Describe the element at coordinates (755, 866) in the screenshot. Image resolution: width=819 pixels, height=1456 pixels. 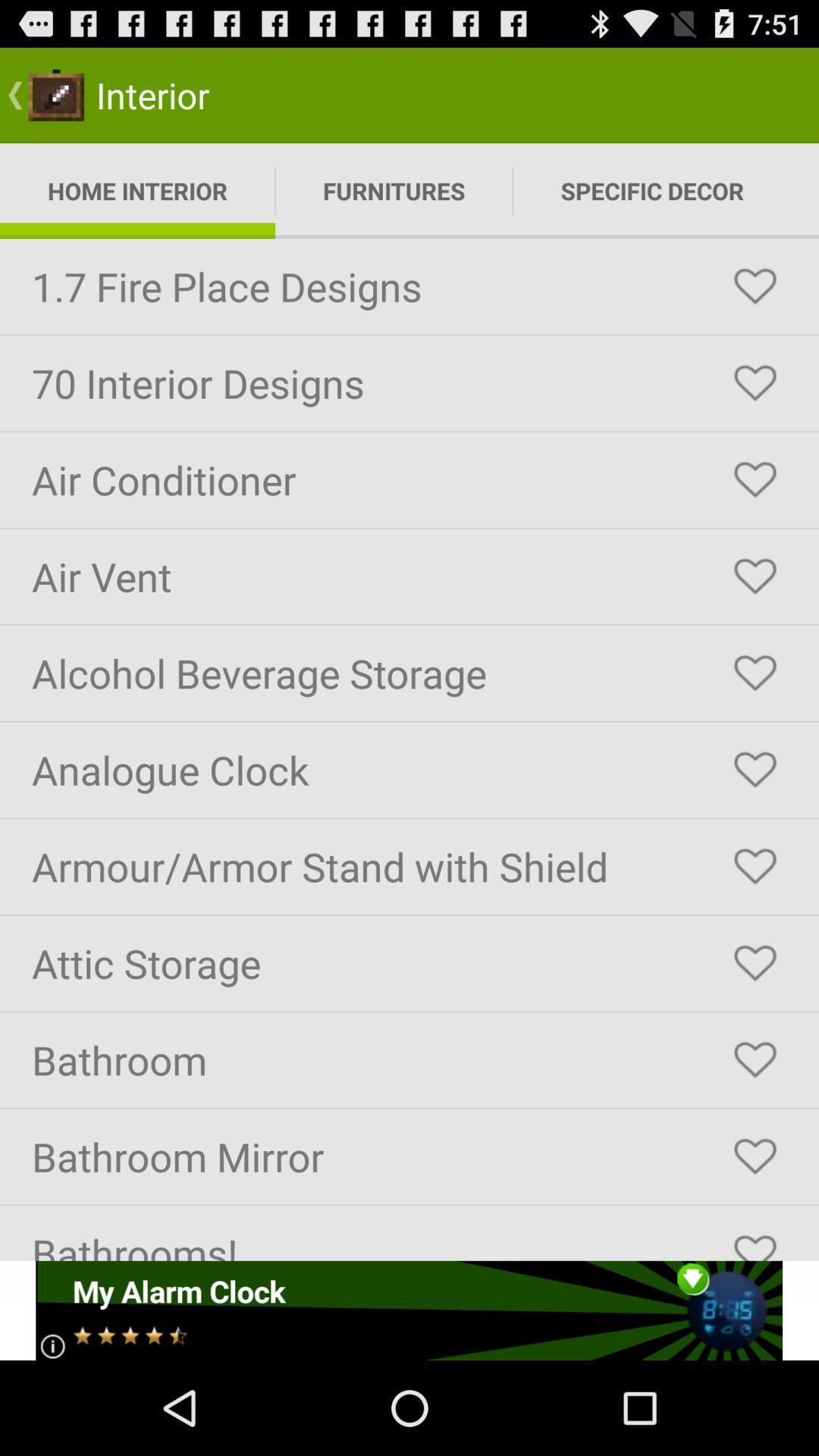
I see `like` at that location.